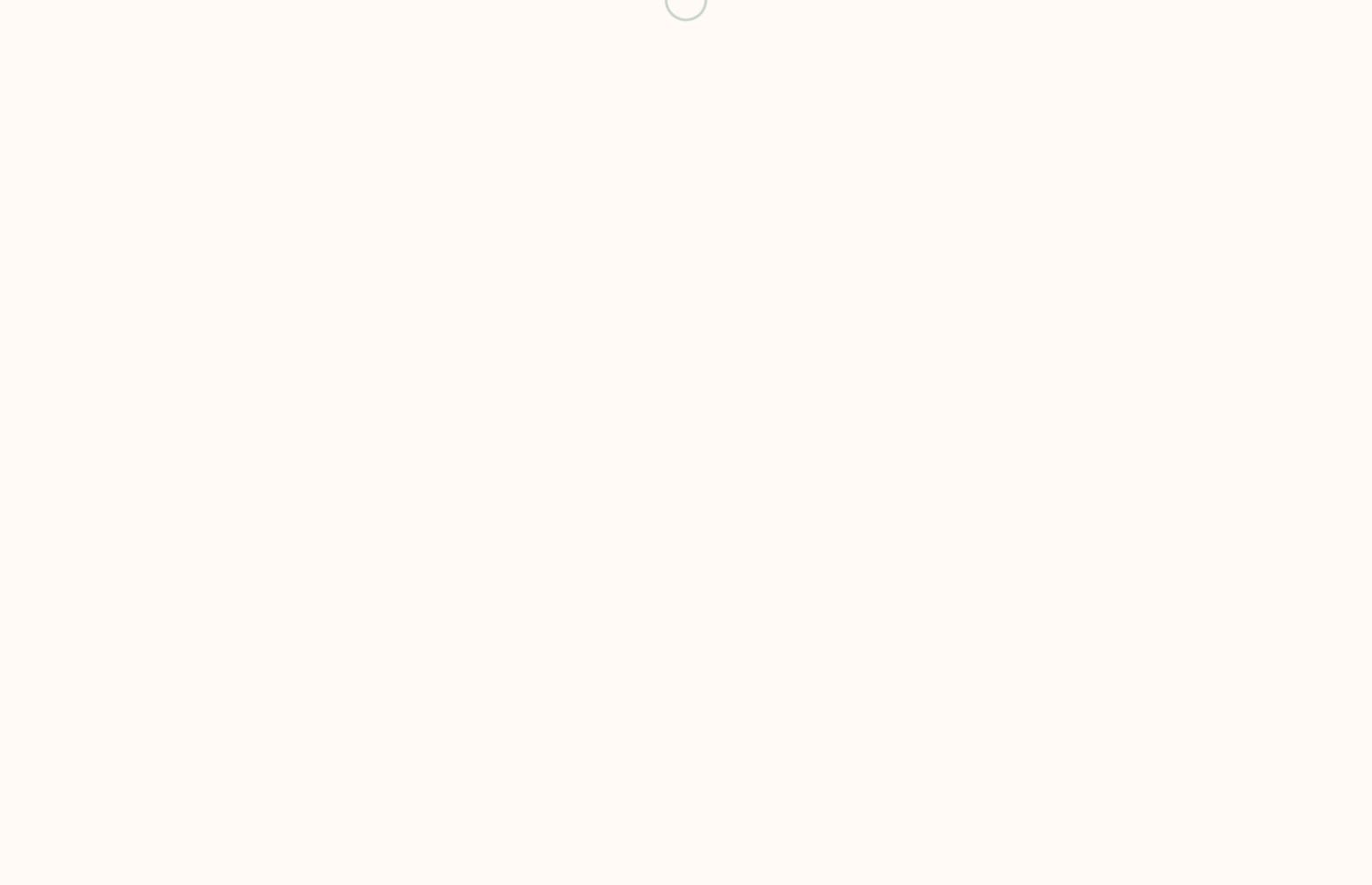 The width and height of the screenshot is (1372, 885). I want to click on 'Hours', so click(504, 35).